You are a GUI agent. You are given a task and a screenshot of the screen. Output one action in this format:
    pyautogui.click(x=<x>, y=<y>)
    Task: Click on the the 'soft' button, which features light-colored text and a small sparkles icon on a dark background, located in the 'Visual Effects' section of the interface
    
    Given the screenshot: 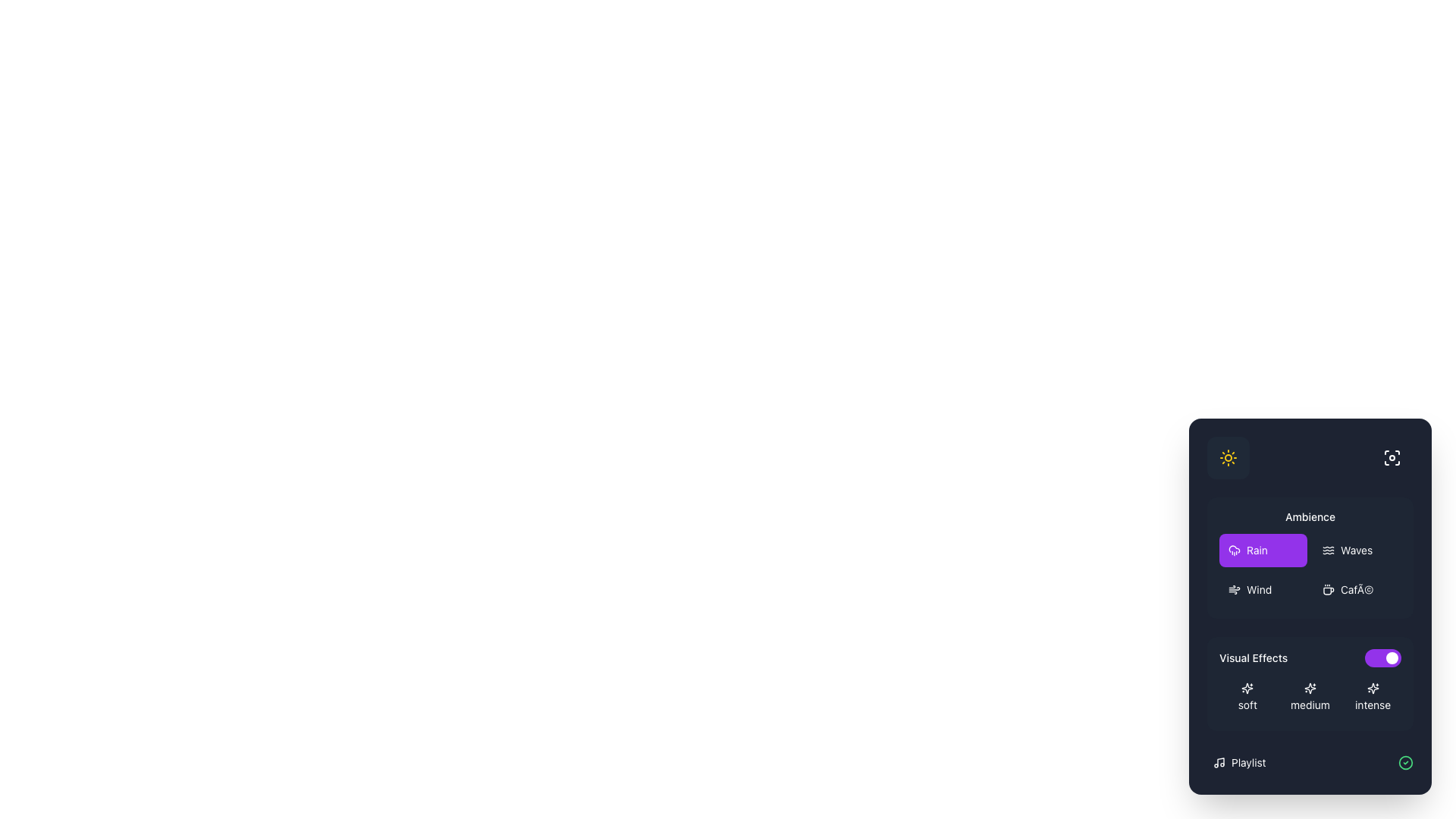 What is the action you would take?
    pyautogui.click(x=1247, y=698)
    